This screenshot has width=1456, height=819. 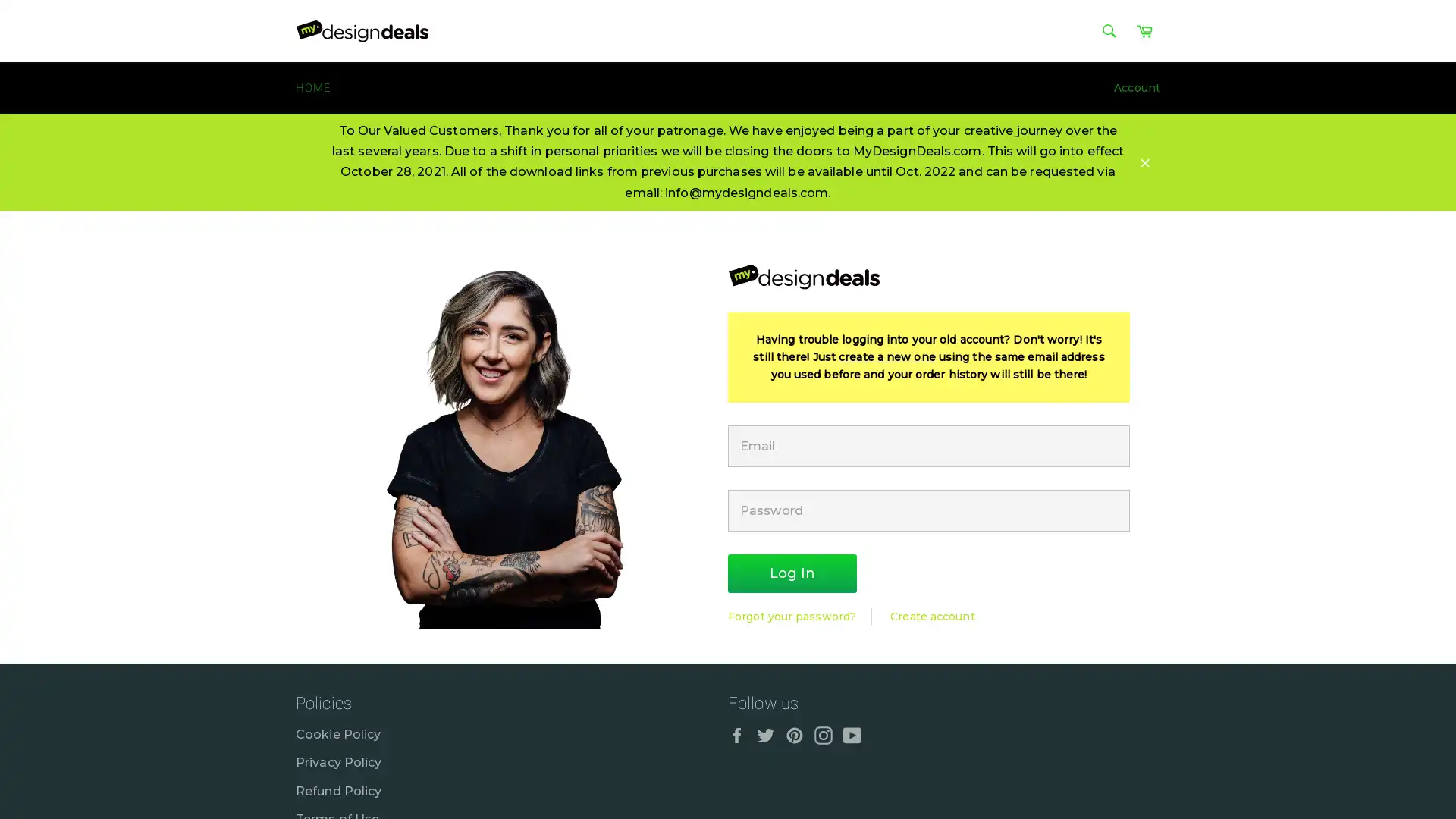 I want to click on Close, so click(x=1145, y=161).